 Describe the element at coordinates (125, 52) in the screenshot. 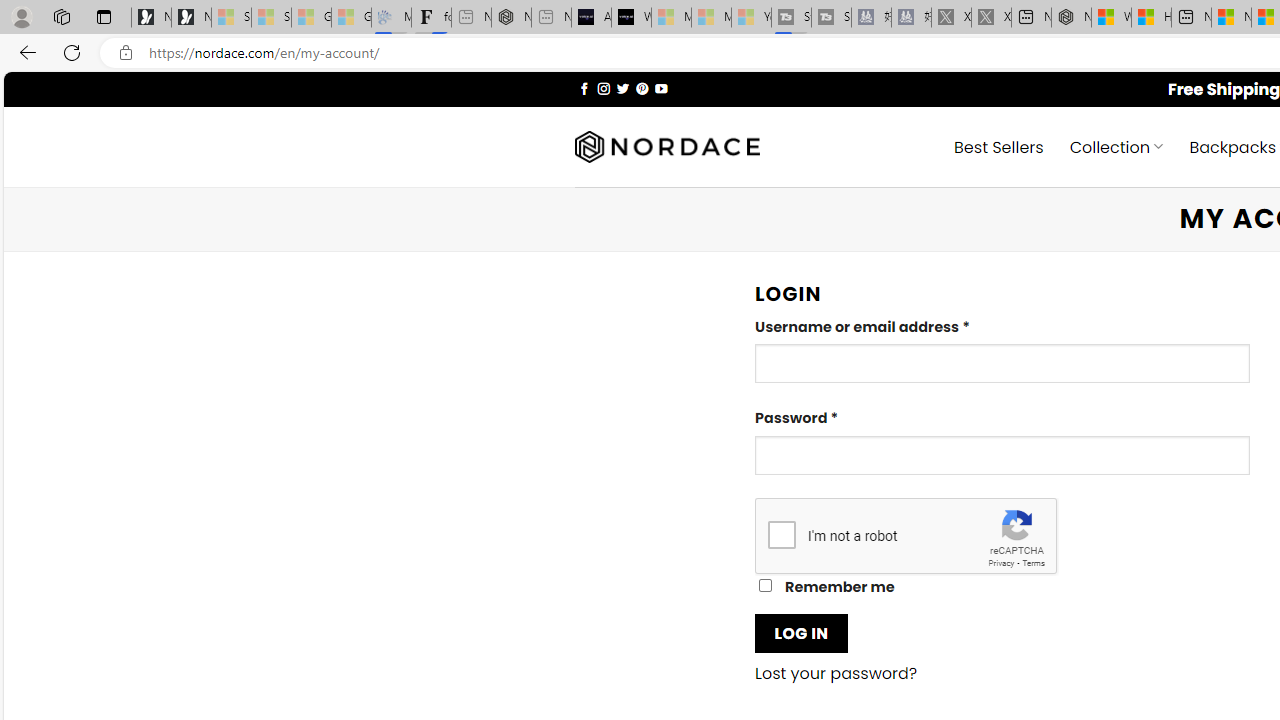

I see `'View site information'` at that location.